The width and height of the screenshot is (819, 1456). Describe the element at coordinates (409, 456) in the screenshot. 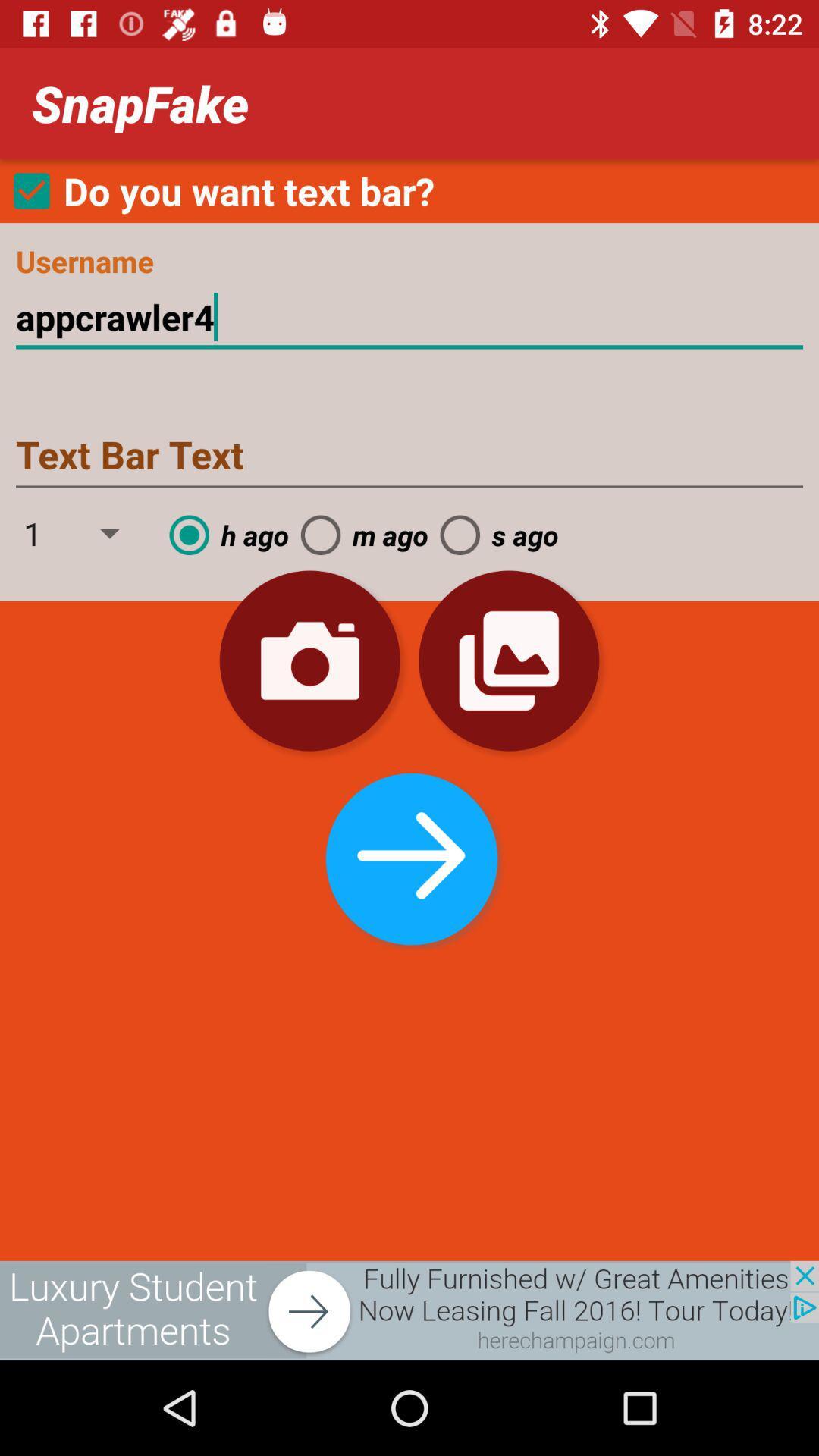

I see `text box` at that location.